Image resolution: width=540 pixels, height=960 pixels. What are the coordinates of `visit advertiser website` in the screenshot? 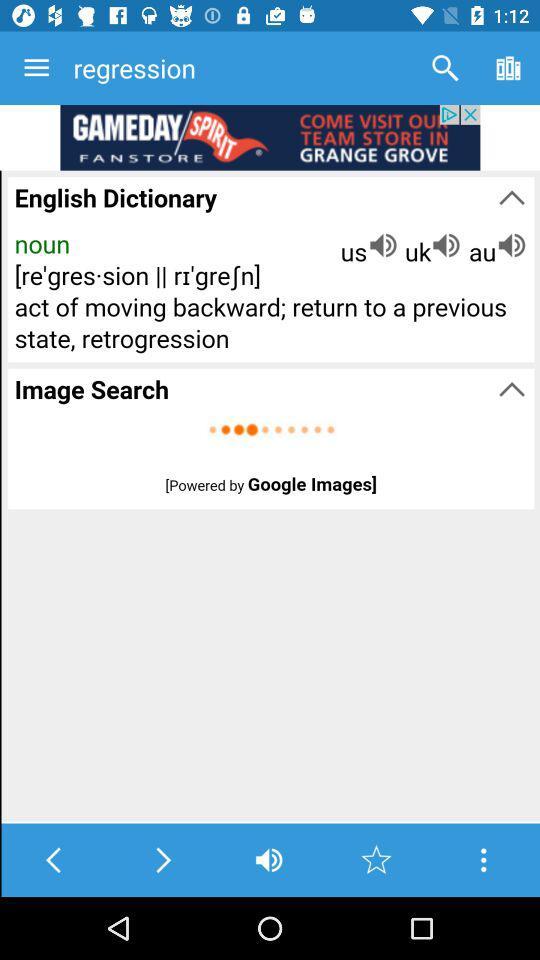 It's located at (270, 136).